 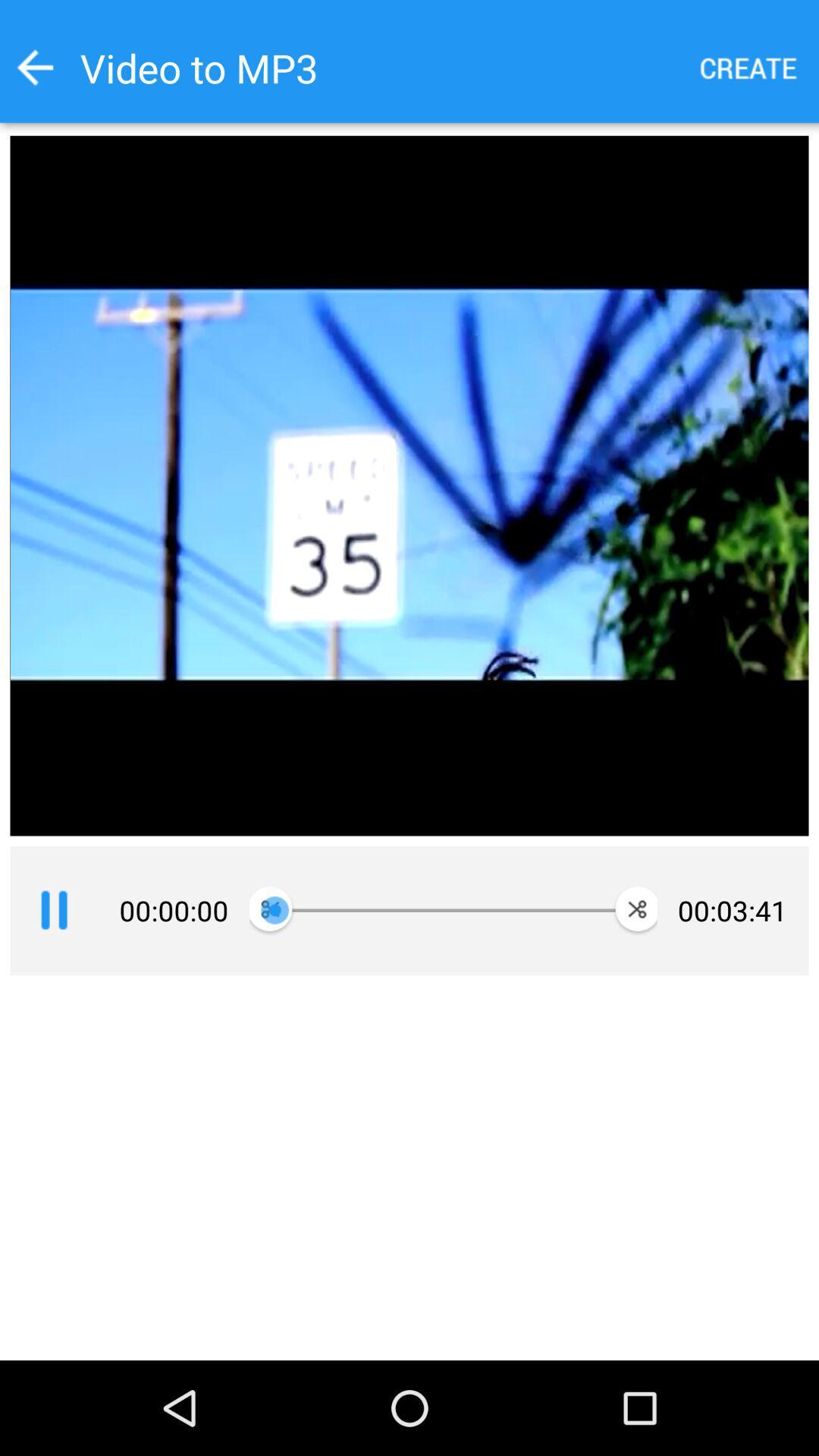 I want to click on the new video, so click(x=748, y=67).